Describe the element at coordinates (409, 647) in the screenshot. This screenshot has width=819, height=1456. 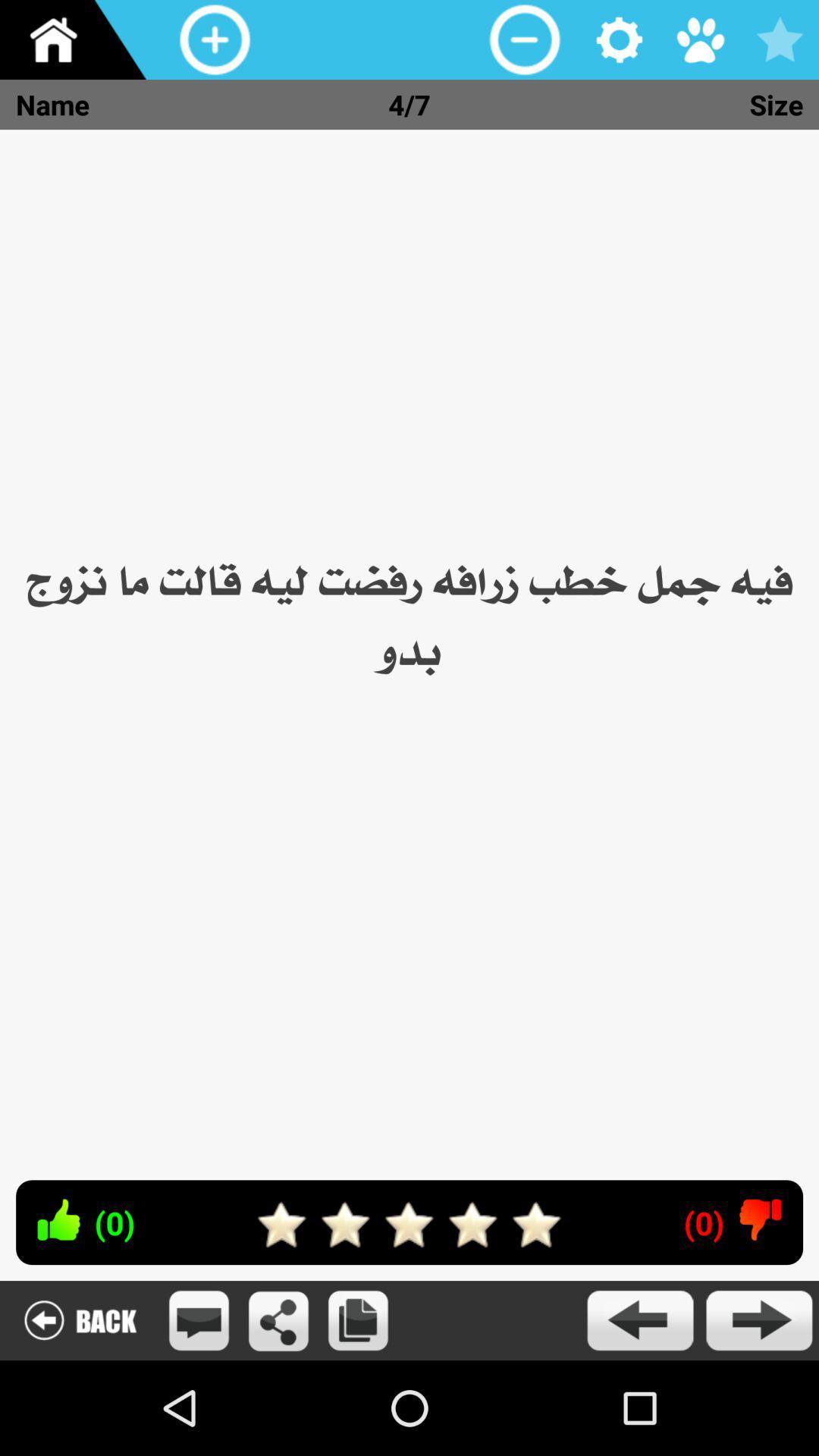
I see `item below the name` at that location.